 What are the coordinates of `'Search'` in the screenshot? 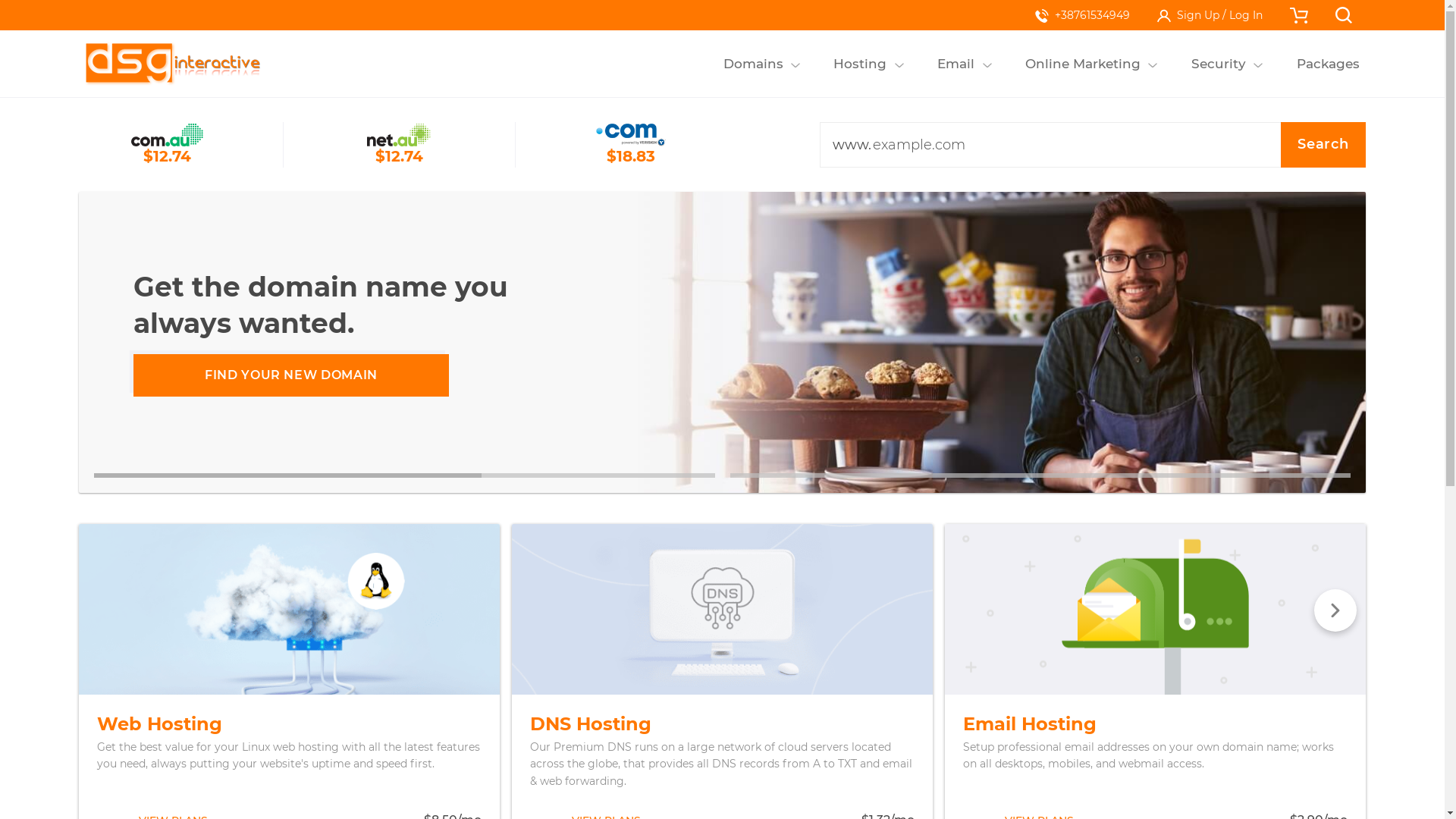 It's located at (1280, 145).